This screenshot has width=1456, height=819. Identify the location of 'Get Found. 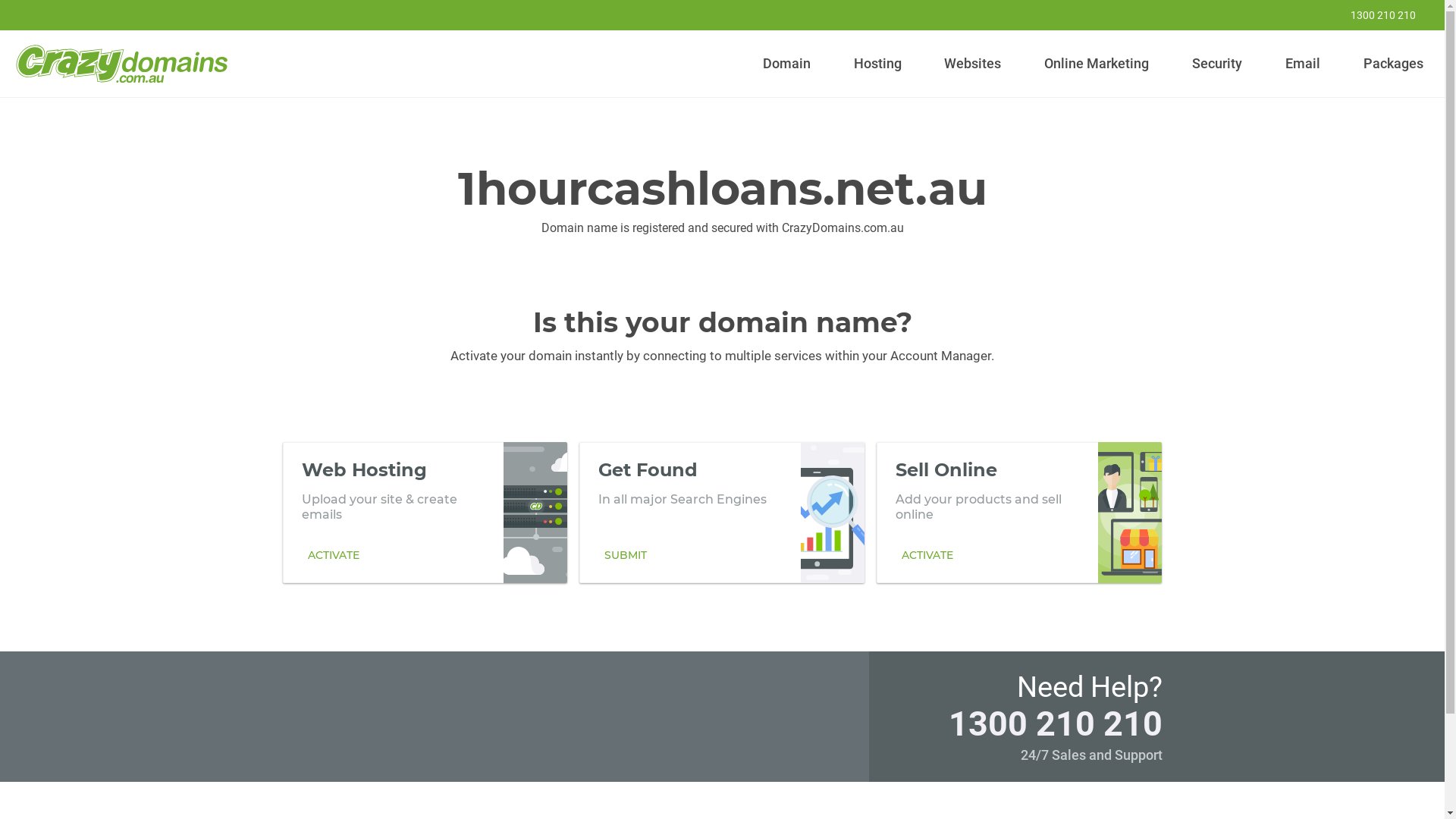
(720, 512).